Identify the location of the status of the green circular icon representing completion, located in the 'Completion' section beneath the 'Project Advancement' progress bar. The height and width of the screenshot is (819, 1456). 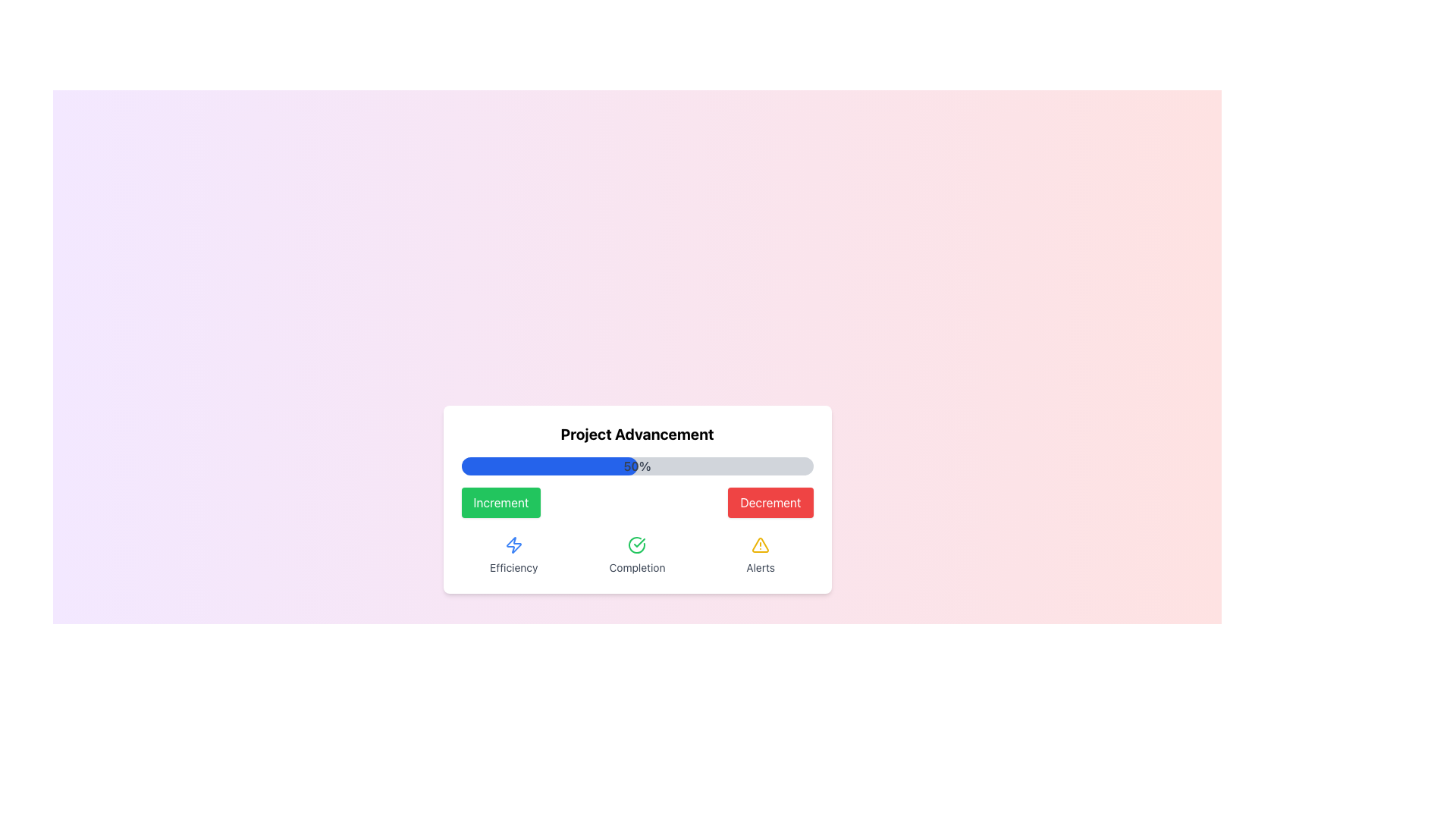
(637, 544).